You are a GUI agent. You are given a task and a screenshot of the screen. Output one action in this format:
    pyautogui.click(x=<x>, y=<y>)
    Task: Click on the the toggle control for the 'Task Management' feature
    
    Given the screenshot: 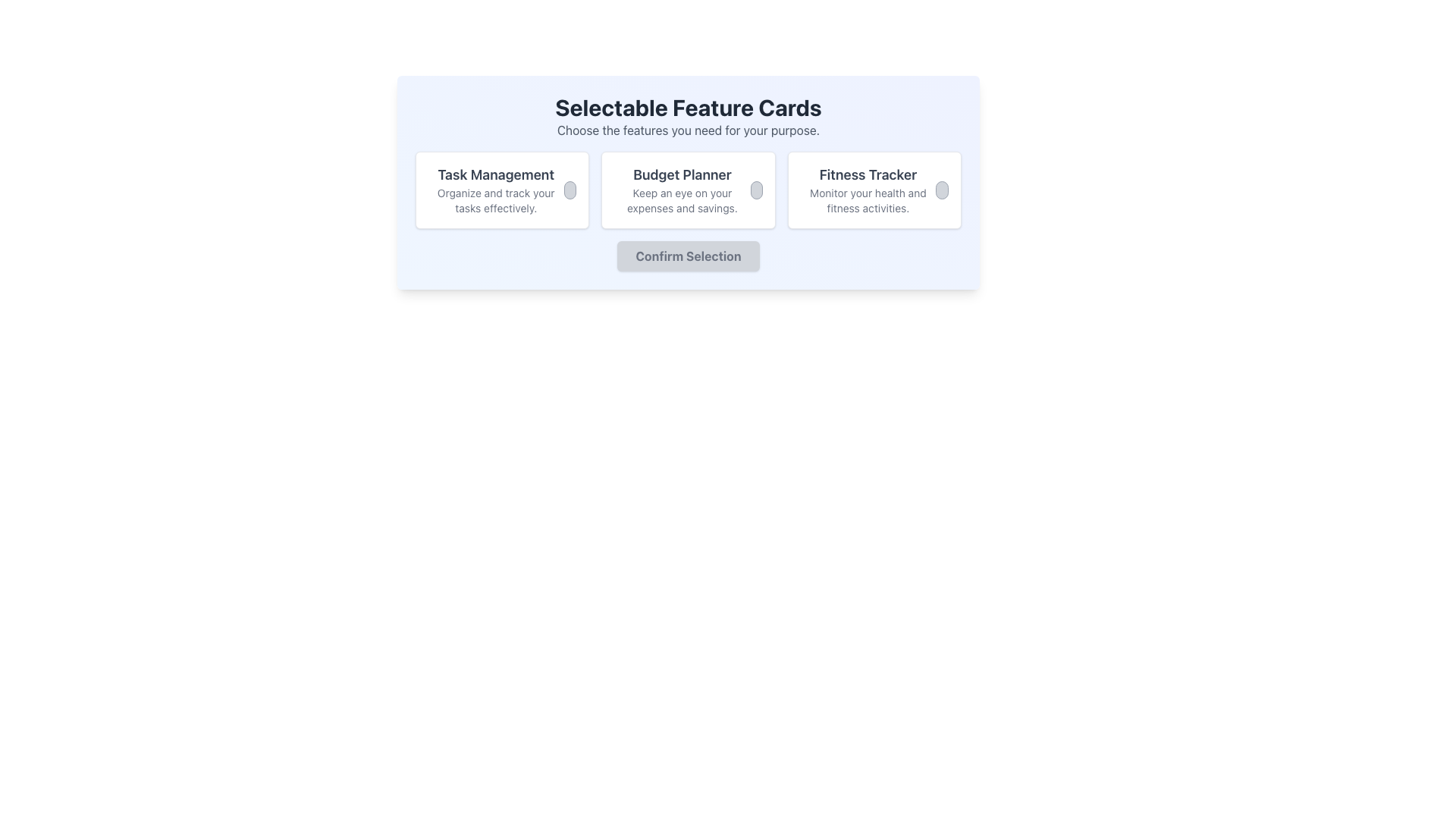 What is the action you would take?
    pyautogui.click(x=569, y=189)
    